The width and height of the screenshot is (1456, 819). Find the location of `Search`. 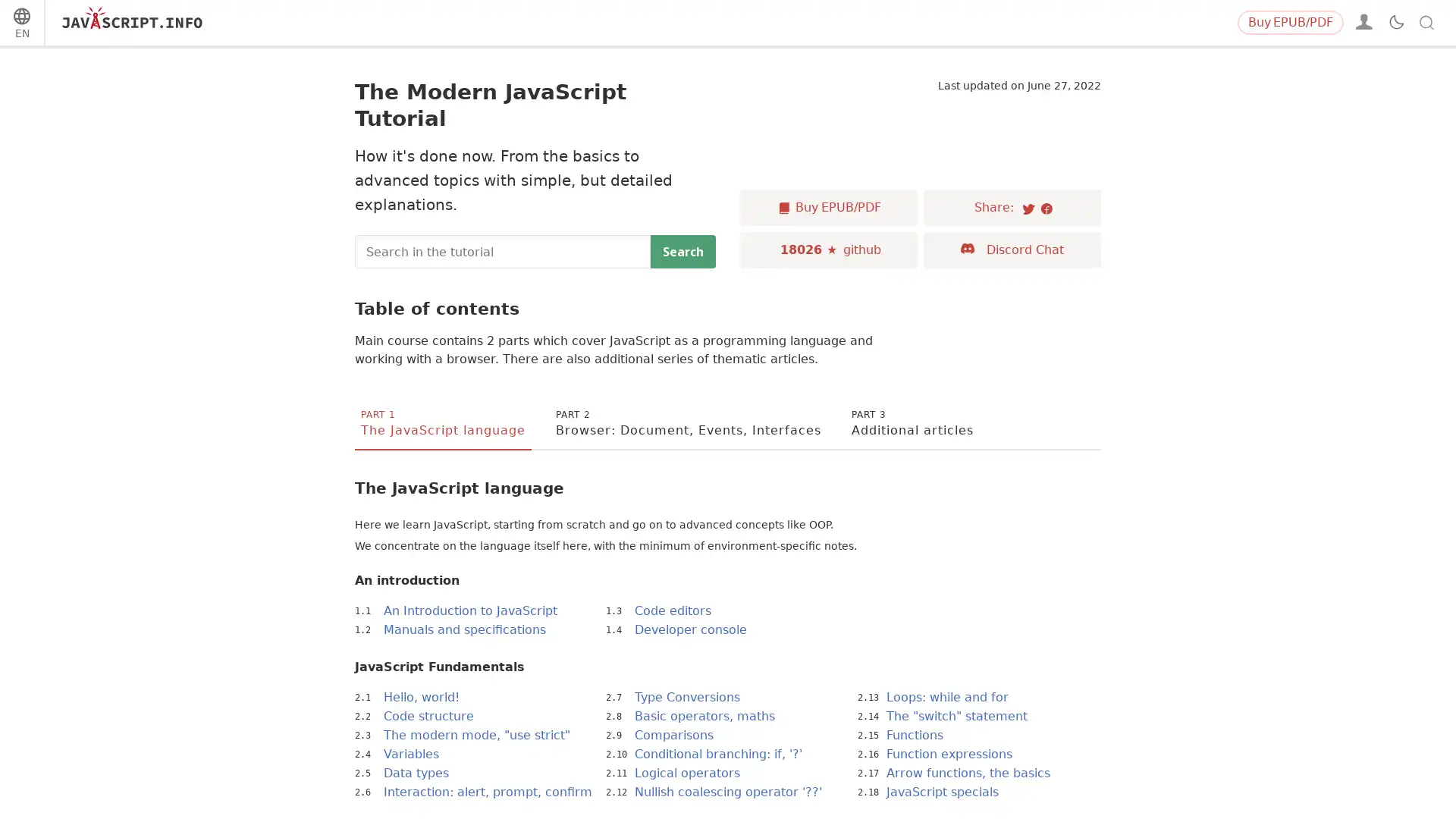

Search is located at coordinates (1402, 23).